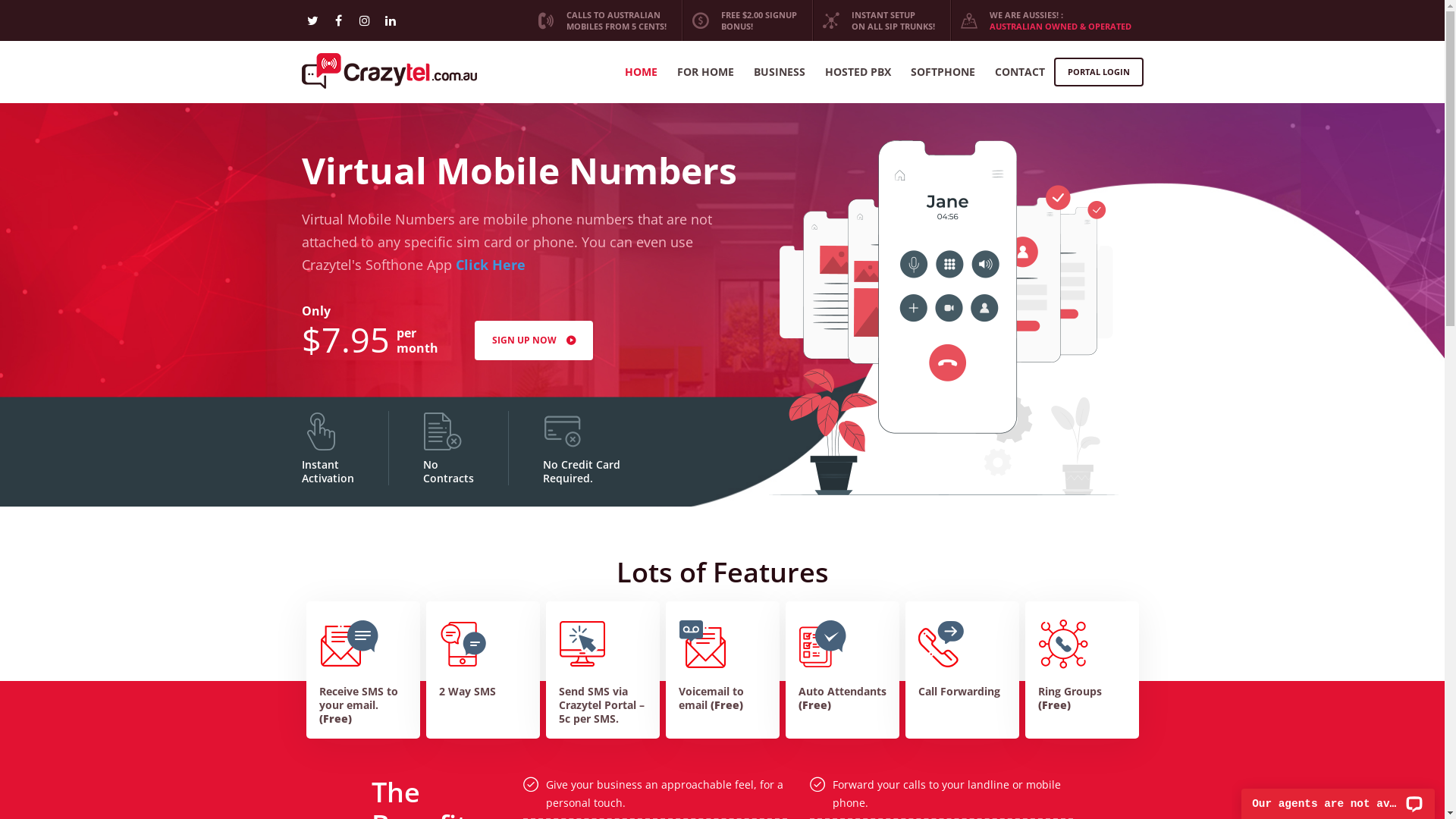 Image resolution: width=1456 pixels, height=819 pixels. What do you see at coordinates (704, 72) in the screenshot?
I see `'FOR HOME'` at bounding box center [704, 72].